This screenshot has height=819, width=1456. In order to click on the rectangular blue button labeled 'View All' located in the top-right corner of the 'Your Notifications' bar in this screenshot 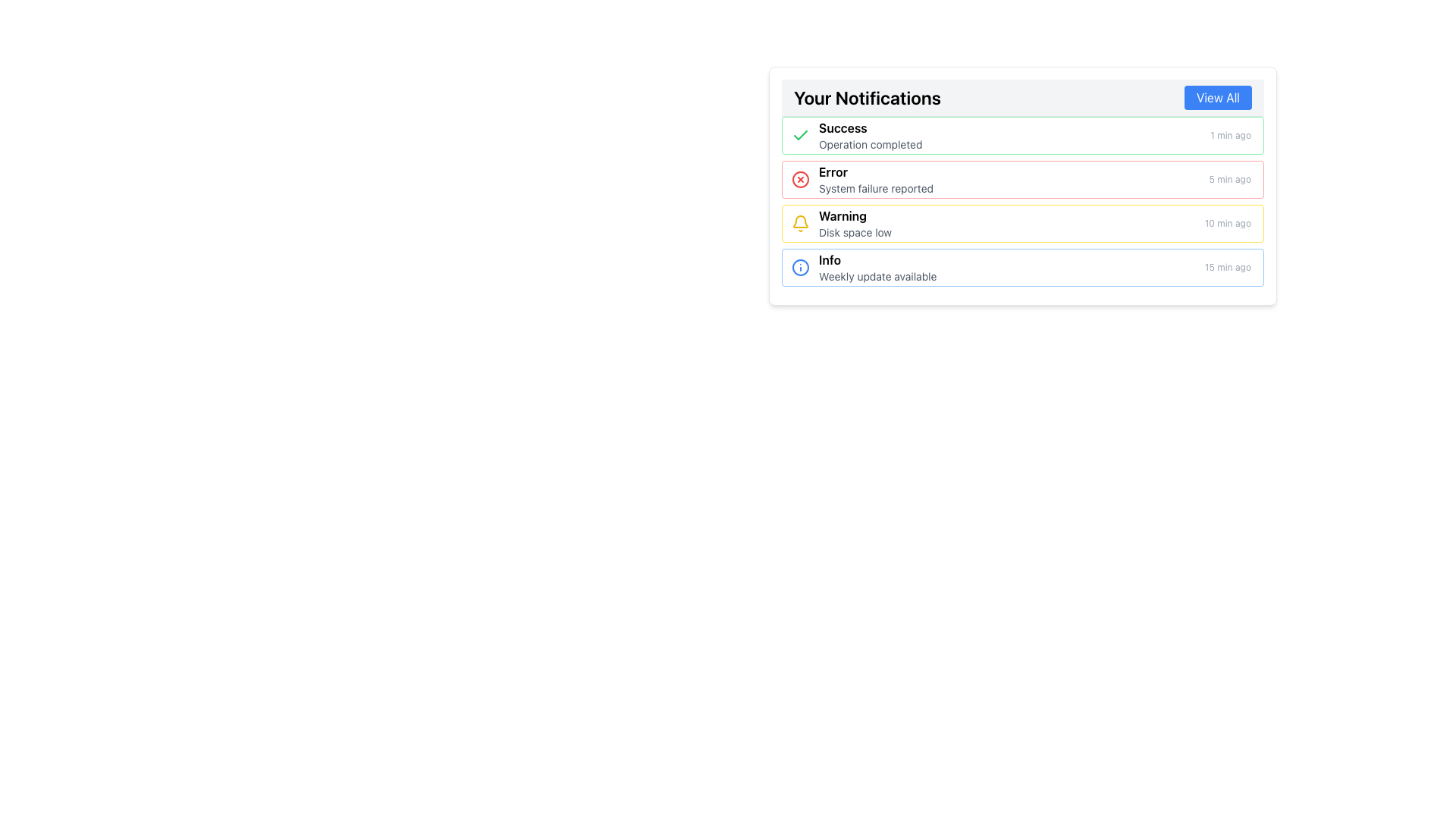, I will do `click(1218, 97)`.